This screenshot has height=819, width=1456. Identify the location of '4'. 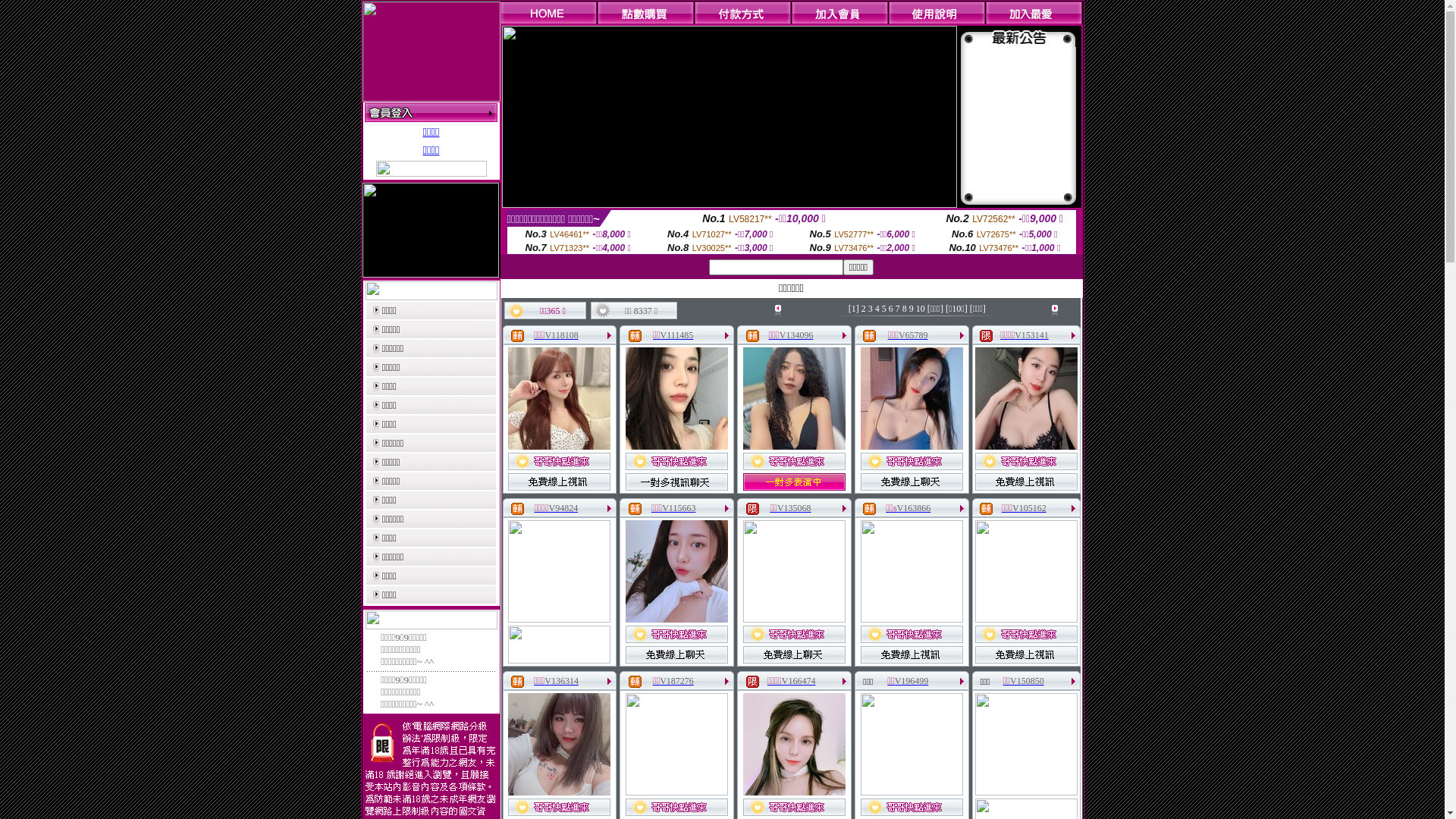
(874, 308).